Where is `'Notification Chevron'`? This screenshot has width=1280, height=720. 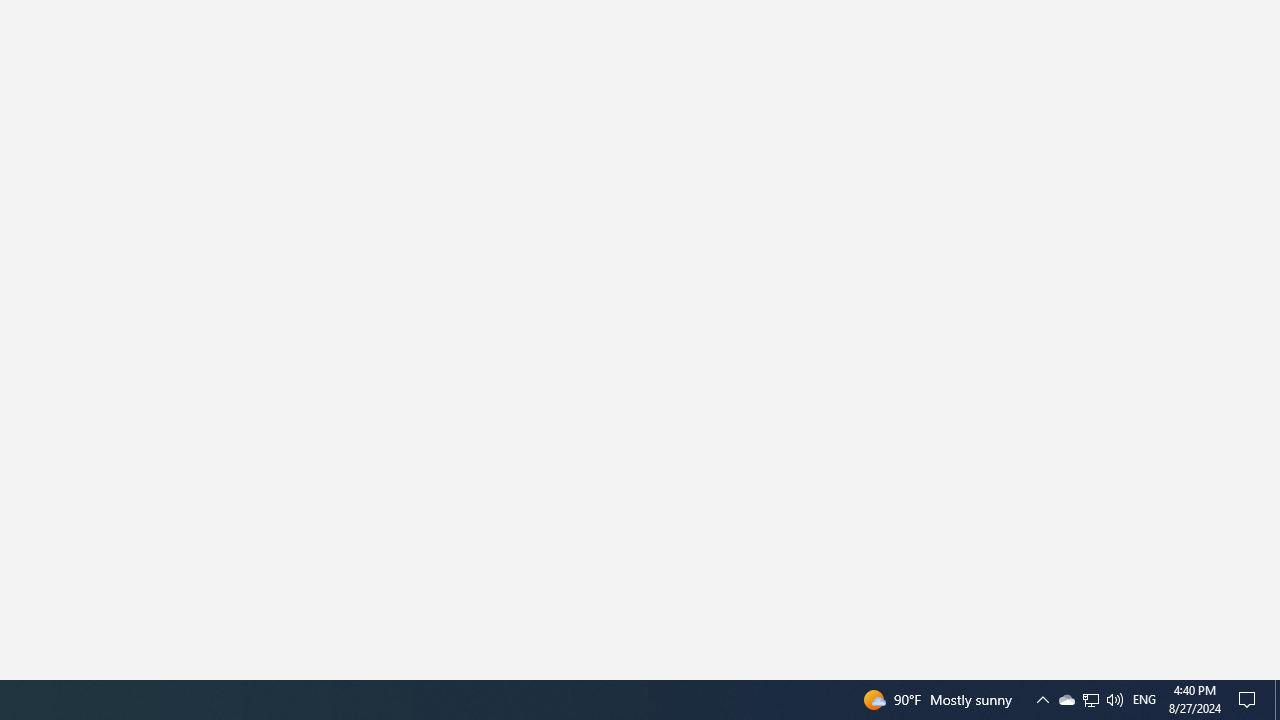
'Notification Chevron' is located at coordinates (1041, 698).